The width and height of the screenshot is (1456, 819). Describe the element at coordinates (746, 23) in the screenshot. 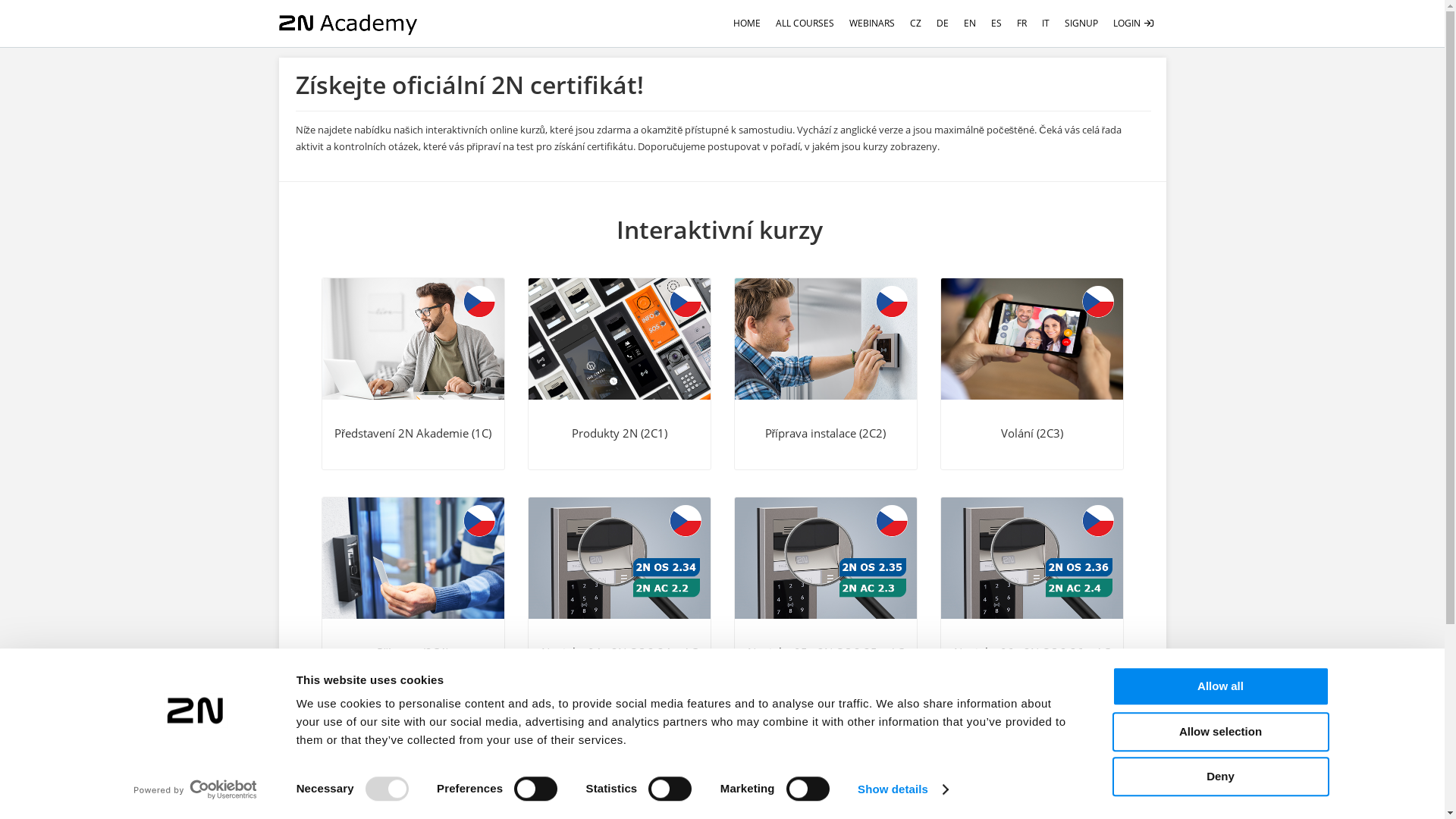

I see `'HOME'` at that location.